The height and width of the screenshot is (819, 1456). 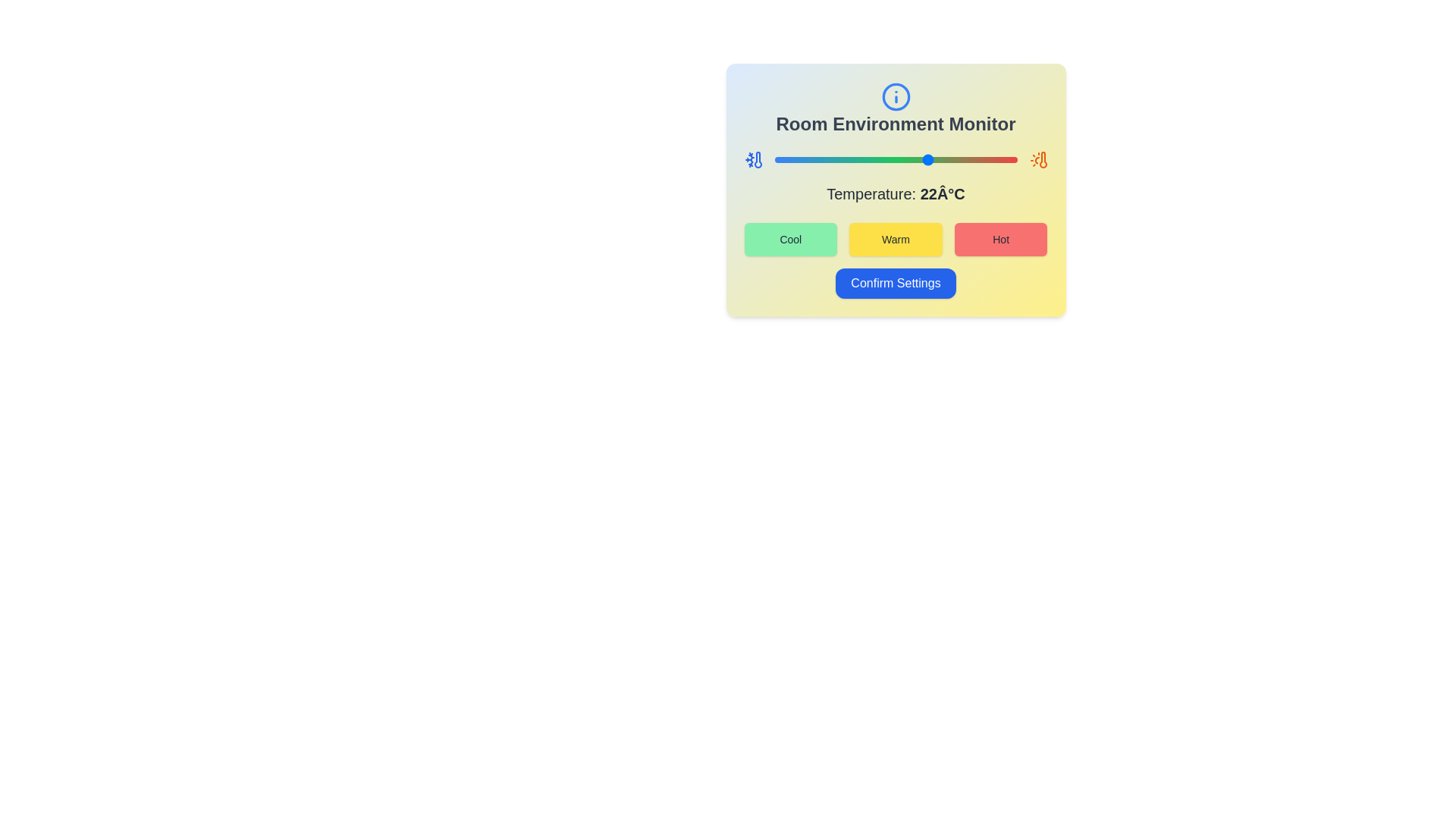 I want to click on the temperature slider to 36°C, so click(x=997, y=160).